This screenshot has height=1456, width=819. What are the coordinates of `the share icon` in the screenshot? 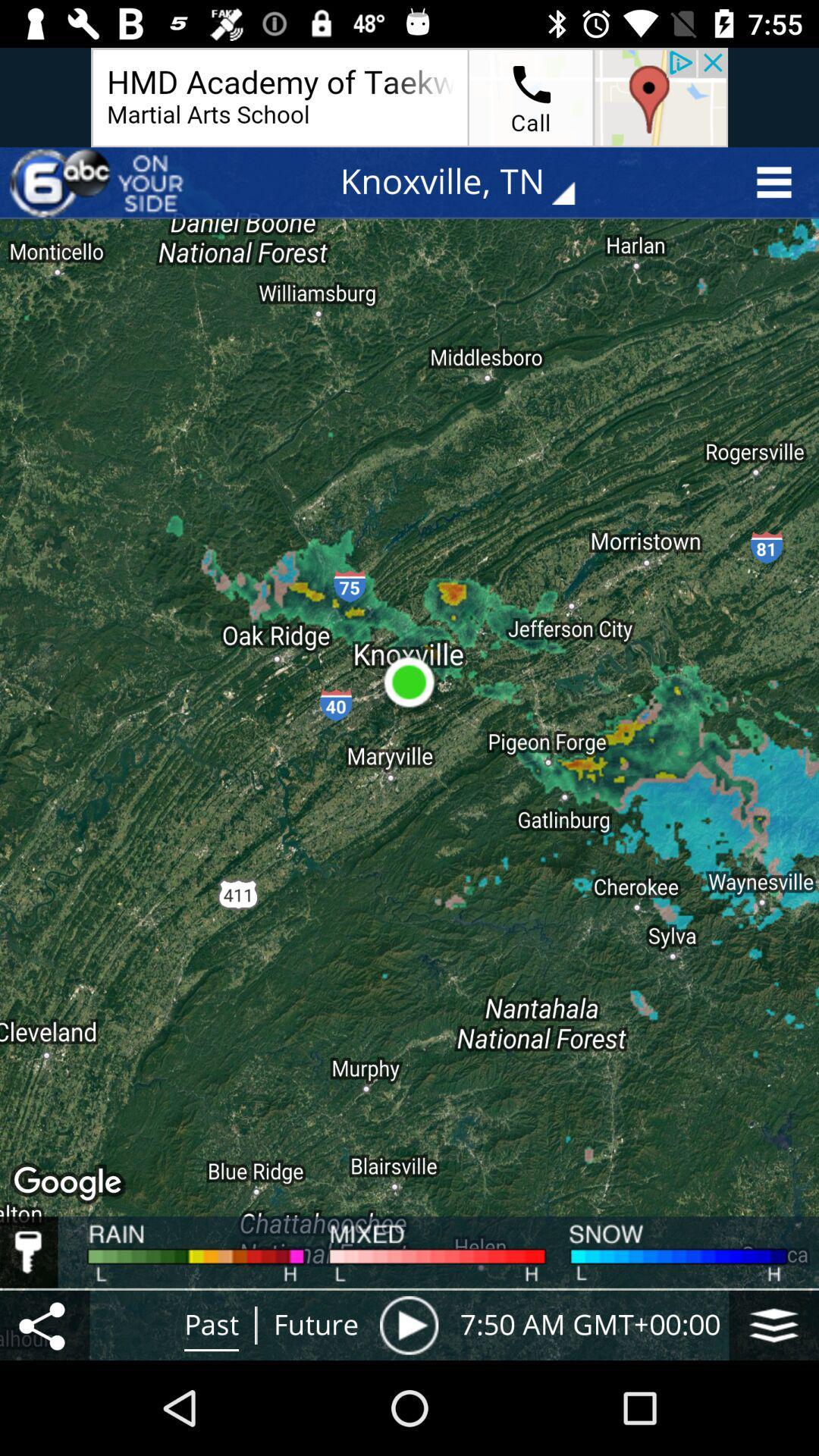 It's located at (44, 1324).